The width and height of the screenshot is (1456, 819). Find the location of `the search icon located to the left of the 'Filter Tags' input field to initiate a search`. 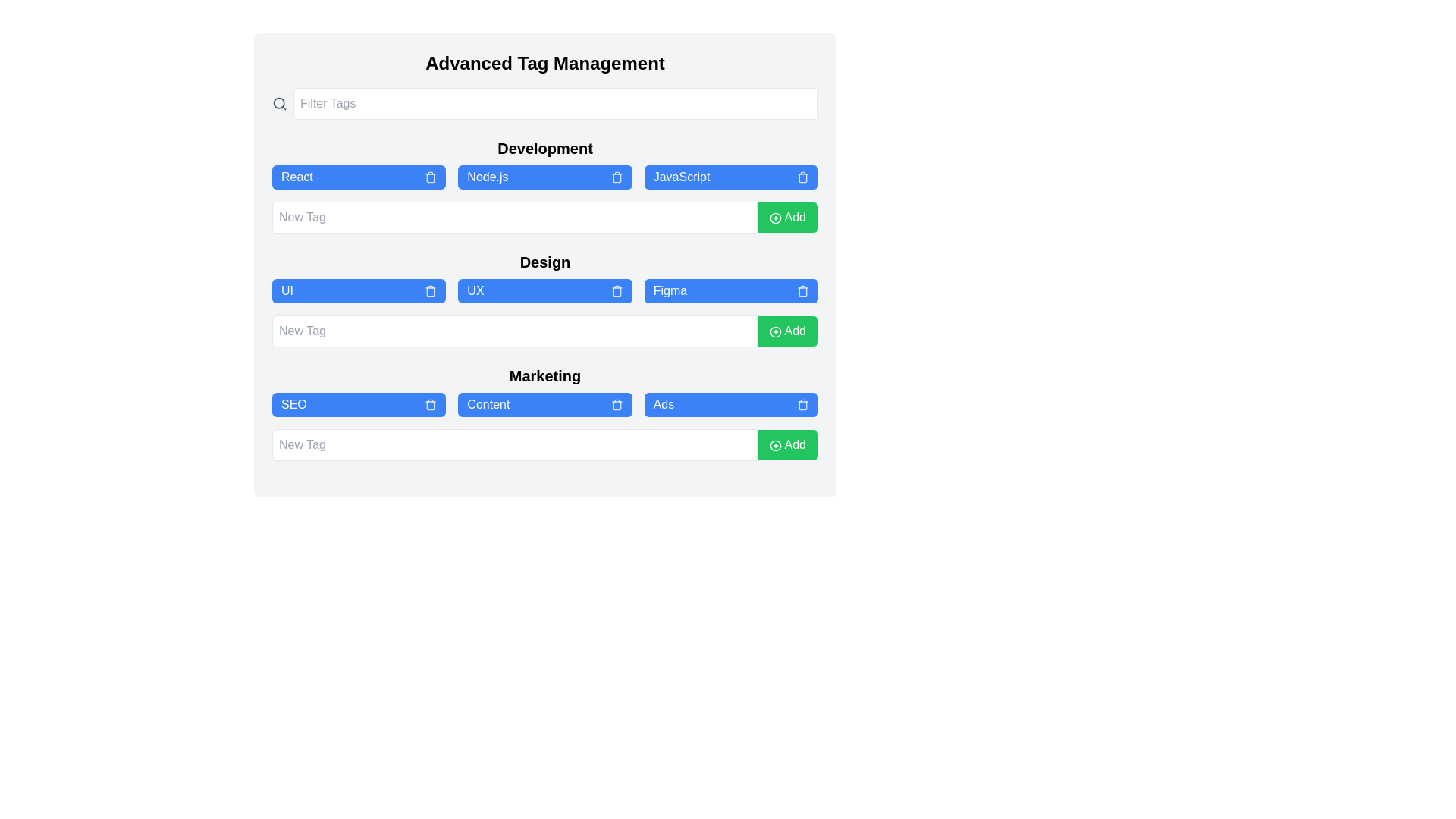

the search icon located to the left of the 'Filter Tags' input field to initiate a search is located at coordinates (280, 103).